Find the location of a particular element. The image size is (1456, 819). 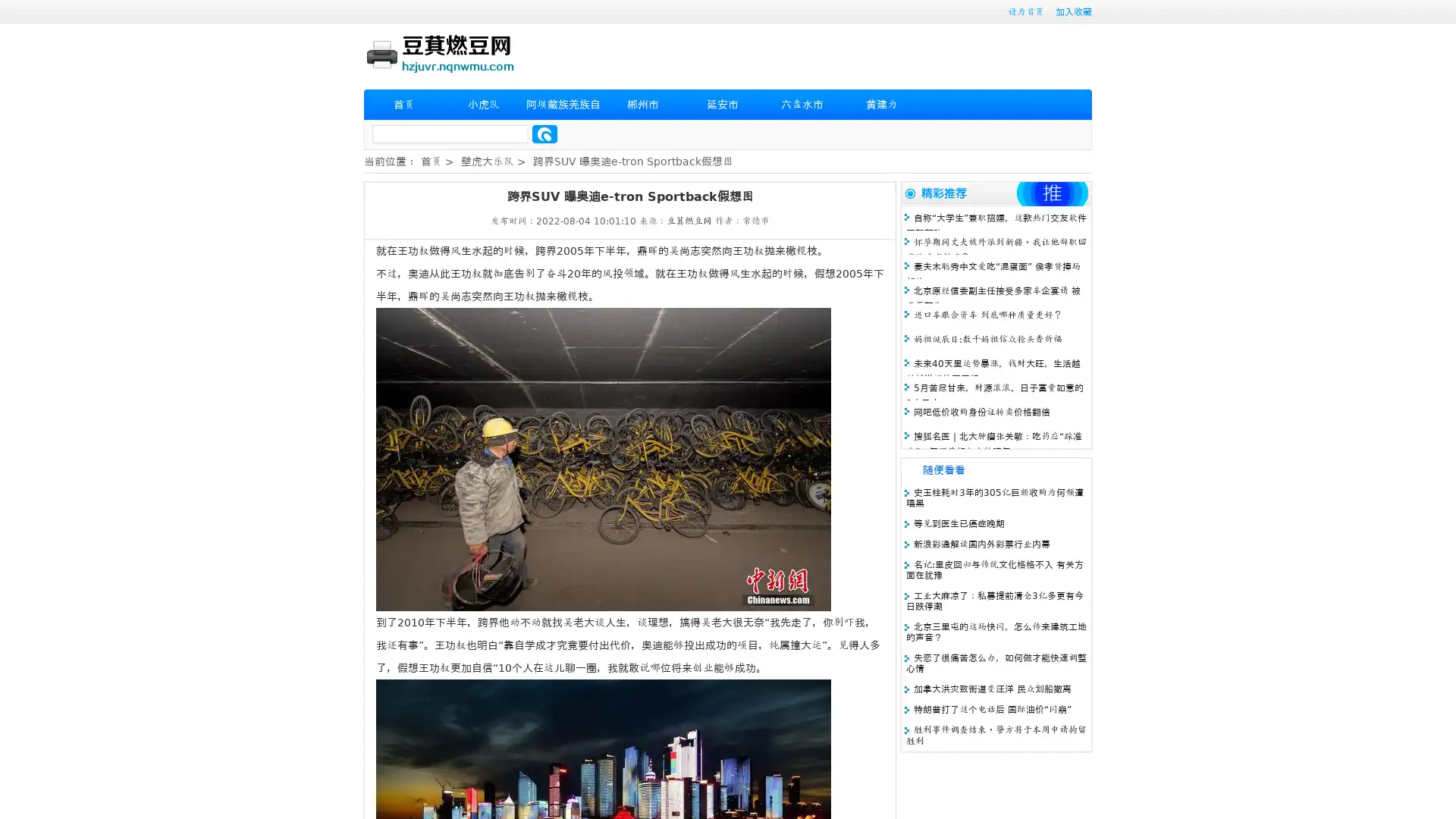

Search is located at coordinates (544, 133).